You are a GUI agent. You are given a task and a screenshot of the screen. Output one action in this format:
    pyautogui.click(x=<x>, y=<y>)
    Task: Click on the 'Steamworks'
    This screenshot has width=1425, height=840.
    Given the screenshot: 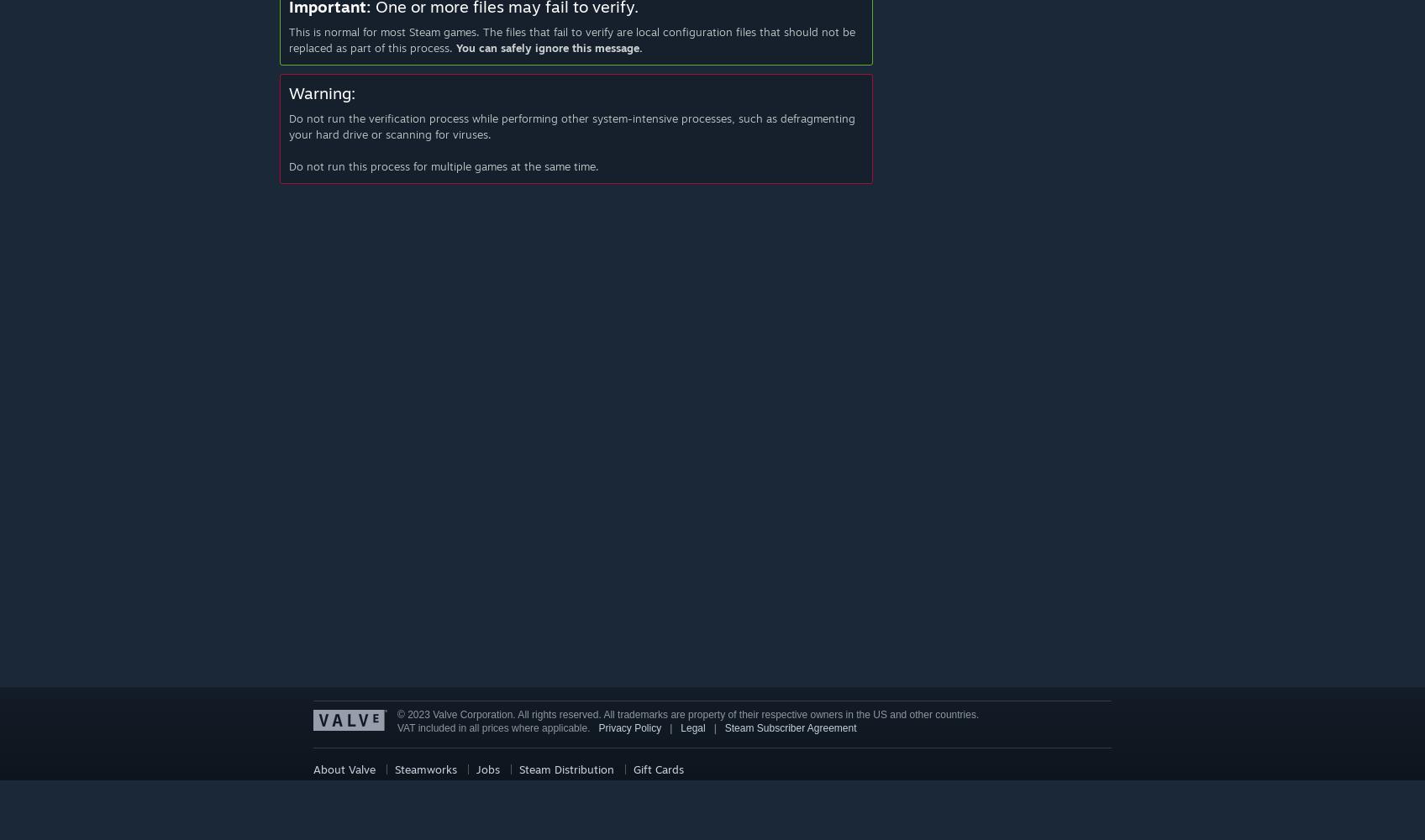 What is the action you would take?
    pyautogui.click(x=424, y=769)
    